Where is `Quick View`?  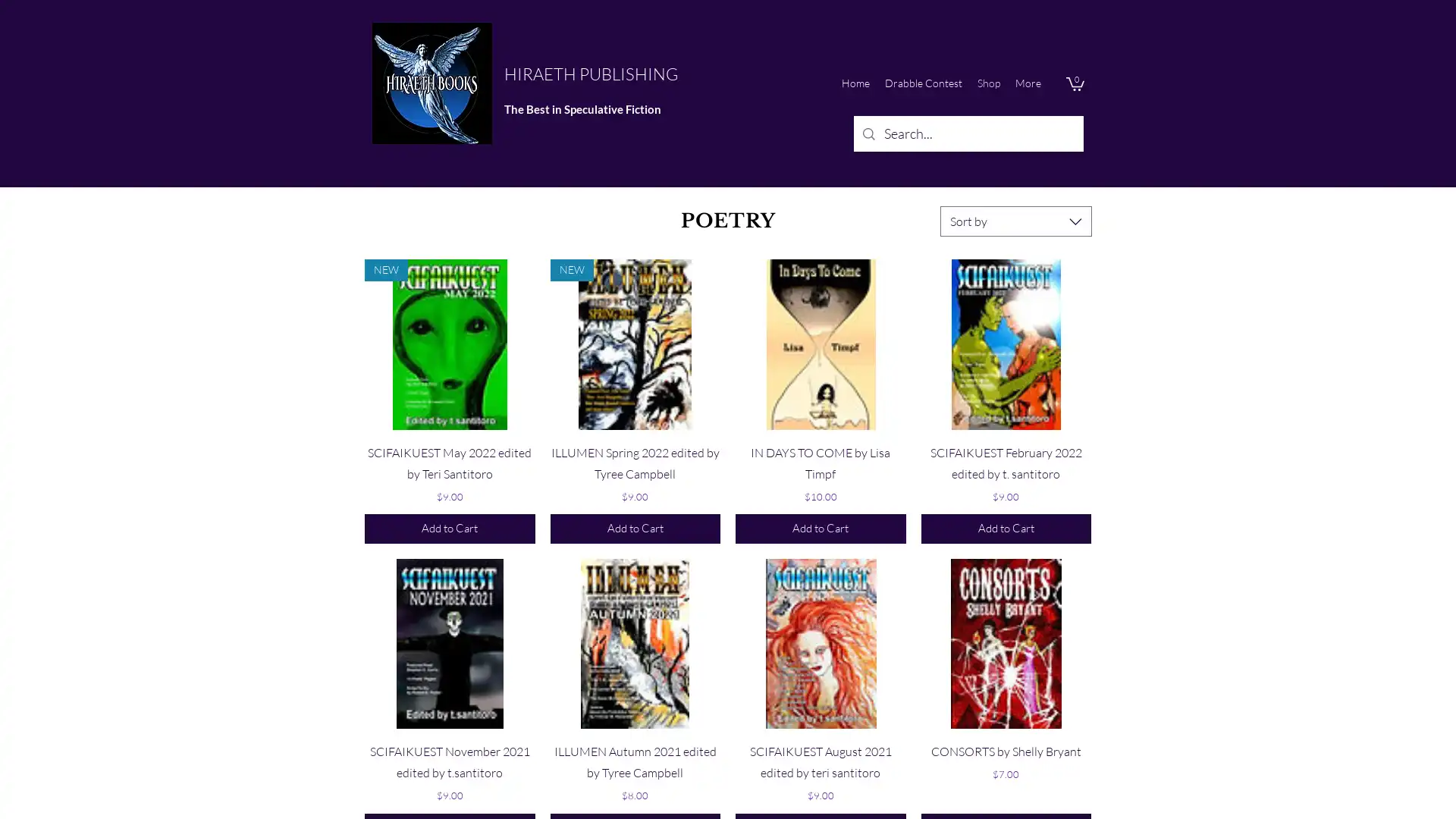 Quick View is located at coordinates (819, 747).